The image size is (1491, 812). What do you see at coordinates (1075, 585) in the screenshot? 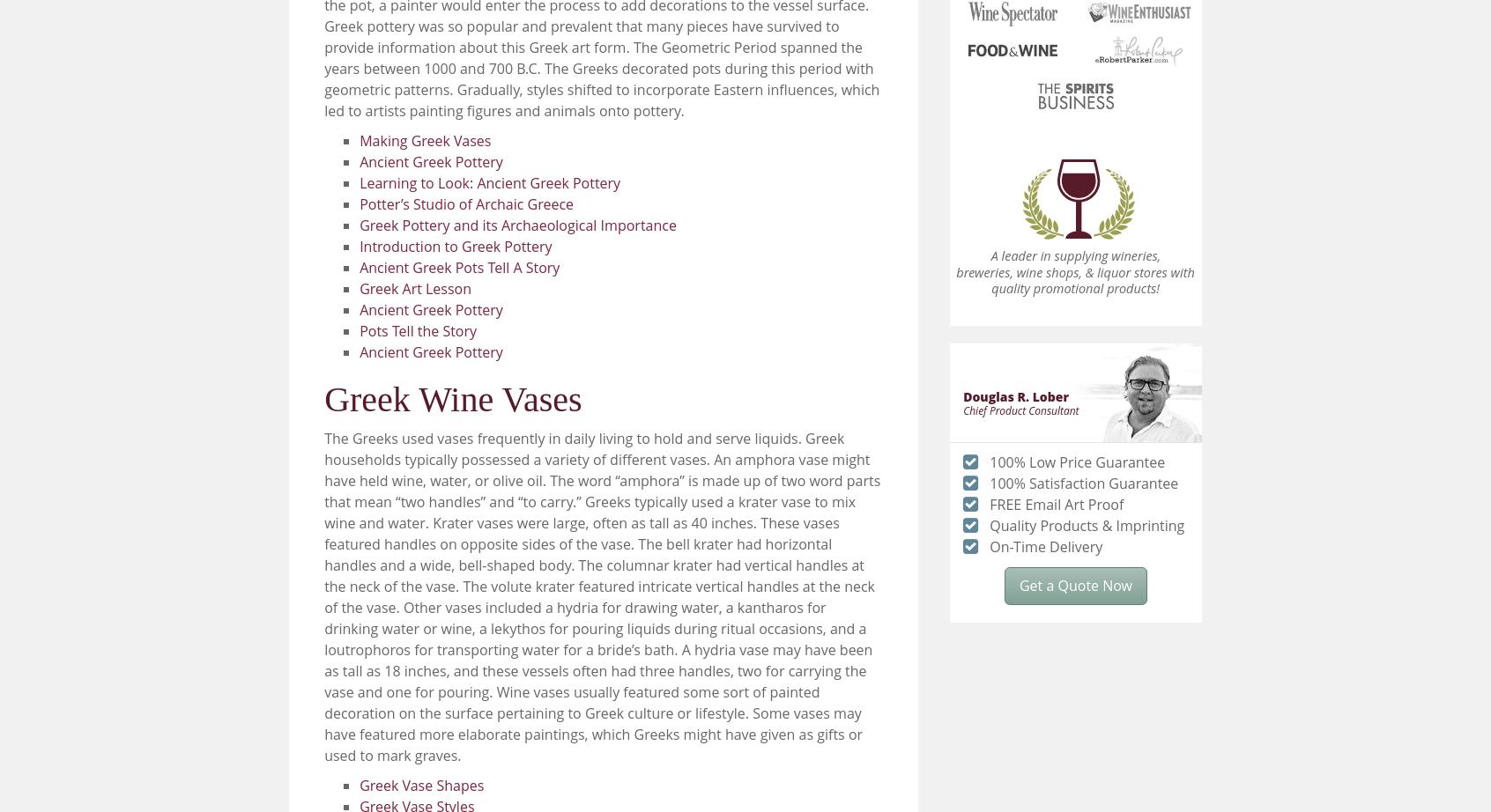
I see `'Get a Quote Now'` at bounding box center [1075, 585].